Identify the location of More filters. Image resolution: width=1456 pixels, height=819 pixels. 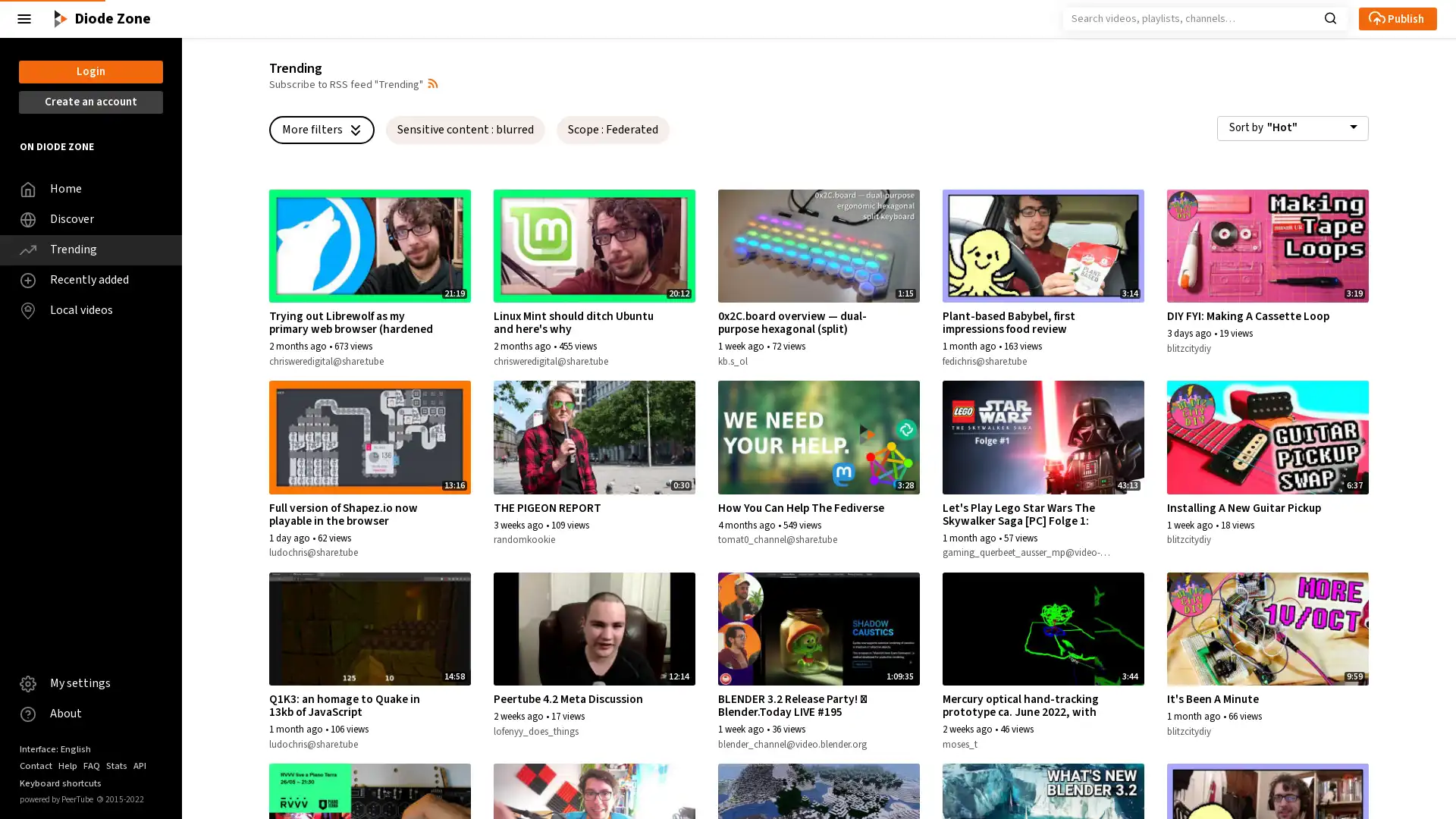
(321, 128).